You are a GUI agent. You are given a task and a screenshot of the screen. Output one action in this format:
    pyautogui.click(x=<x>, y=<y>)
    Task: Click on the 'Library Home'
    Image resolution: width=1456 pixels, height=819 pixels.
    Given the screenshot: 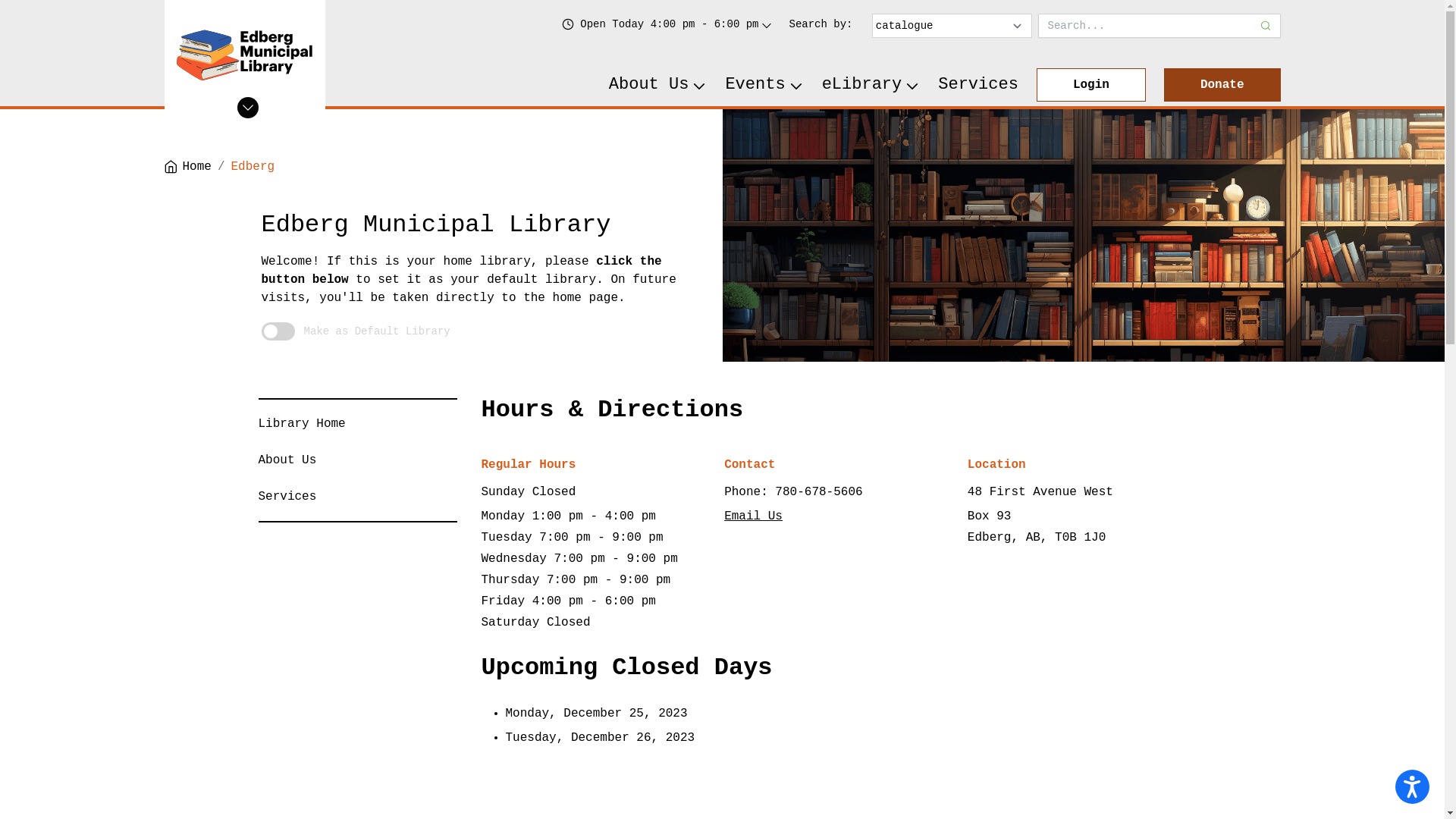 What is the action you would take?
    pyautogui.click(x=301, y=424)
    